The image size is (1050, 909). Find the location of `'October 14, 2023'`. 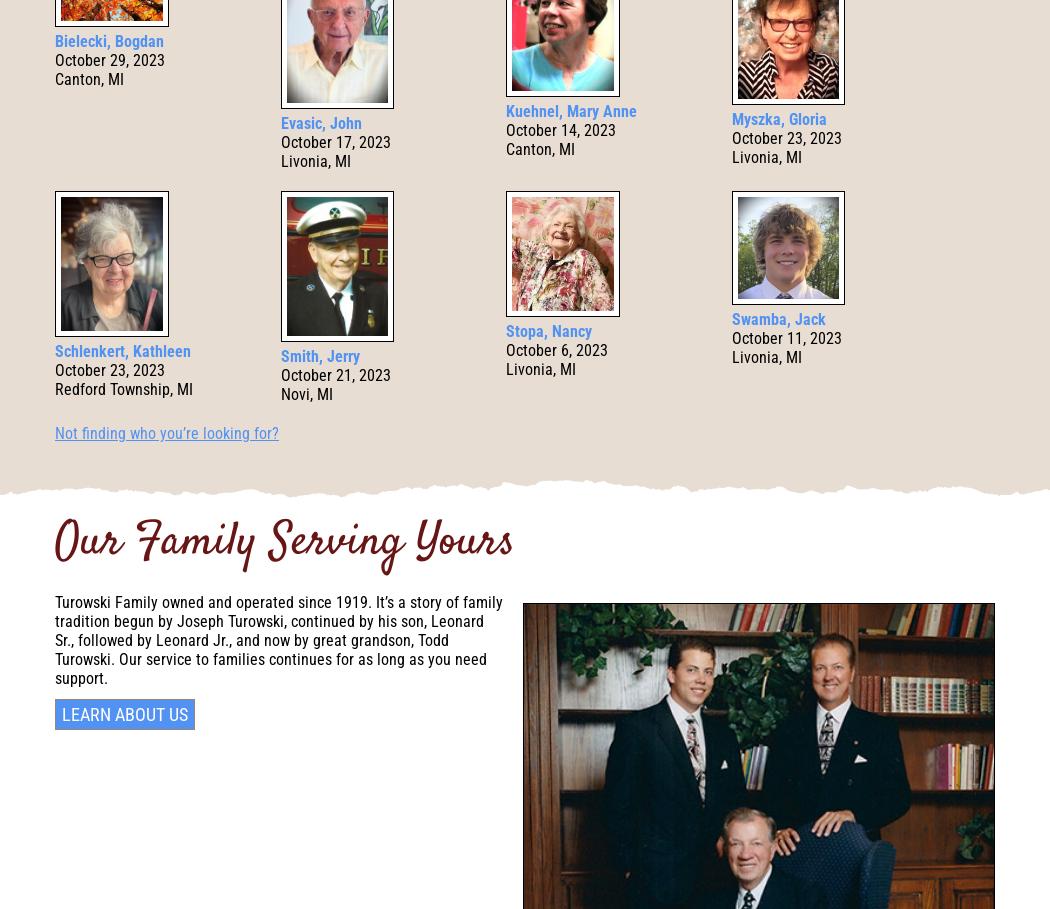

'October 14, 2023' is located at coordinates (561, 130).